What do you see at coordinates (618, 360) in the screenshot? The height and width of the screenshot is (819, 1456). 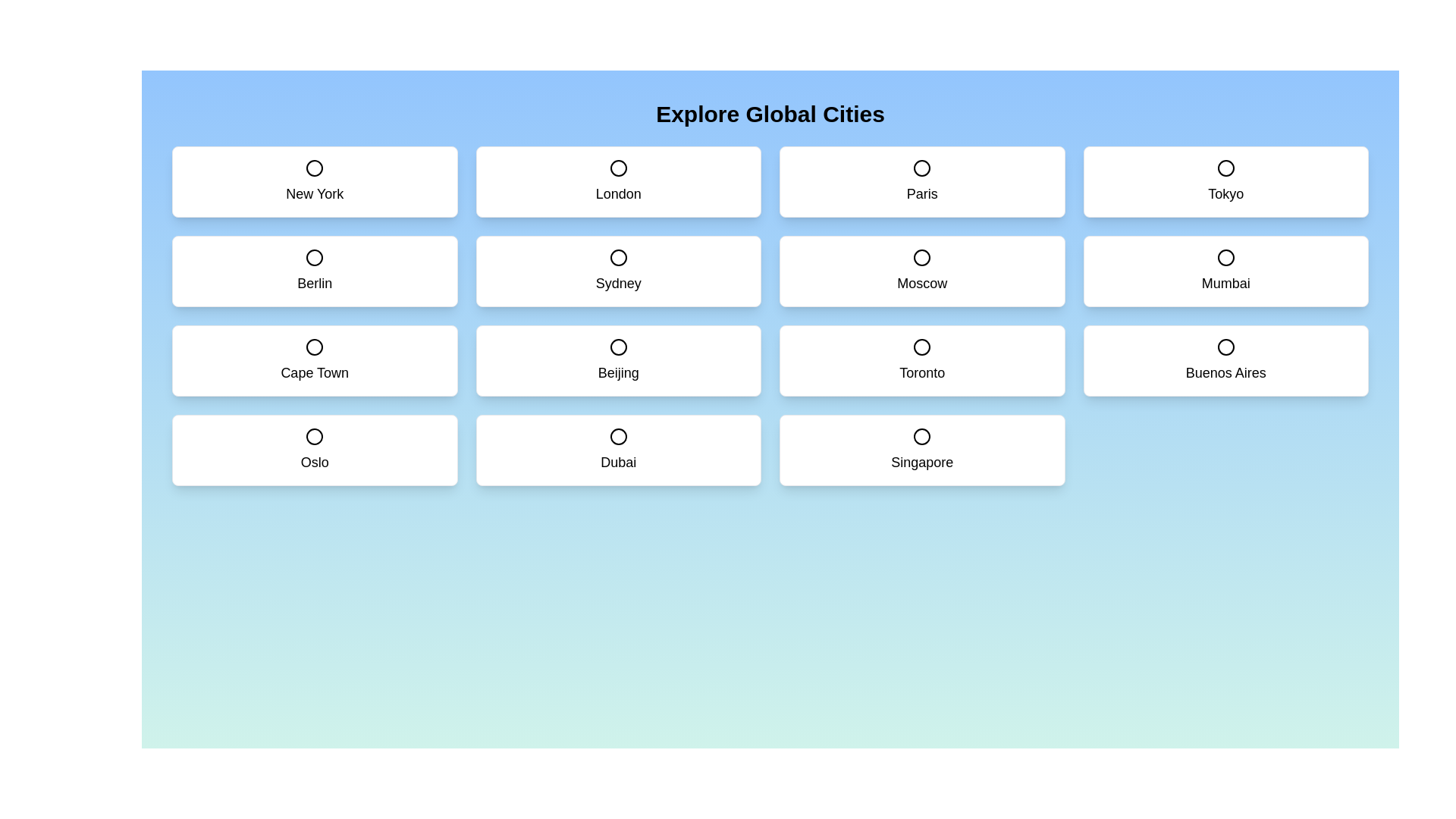 I see `the city card labeled Beijing to toggle its selection state` at bounding box center [618, 360].